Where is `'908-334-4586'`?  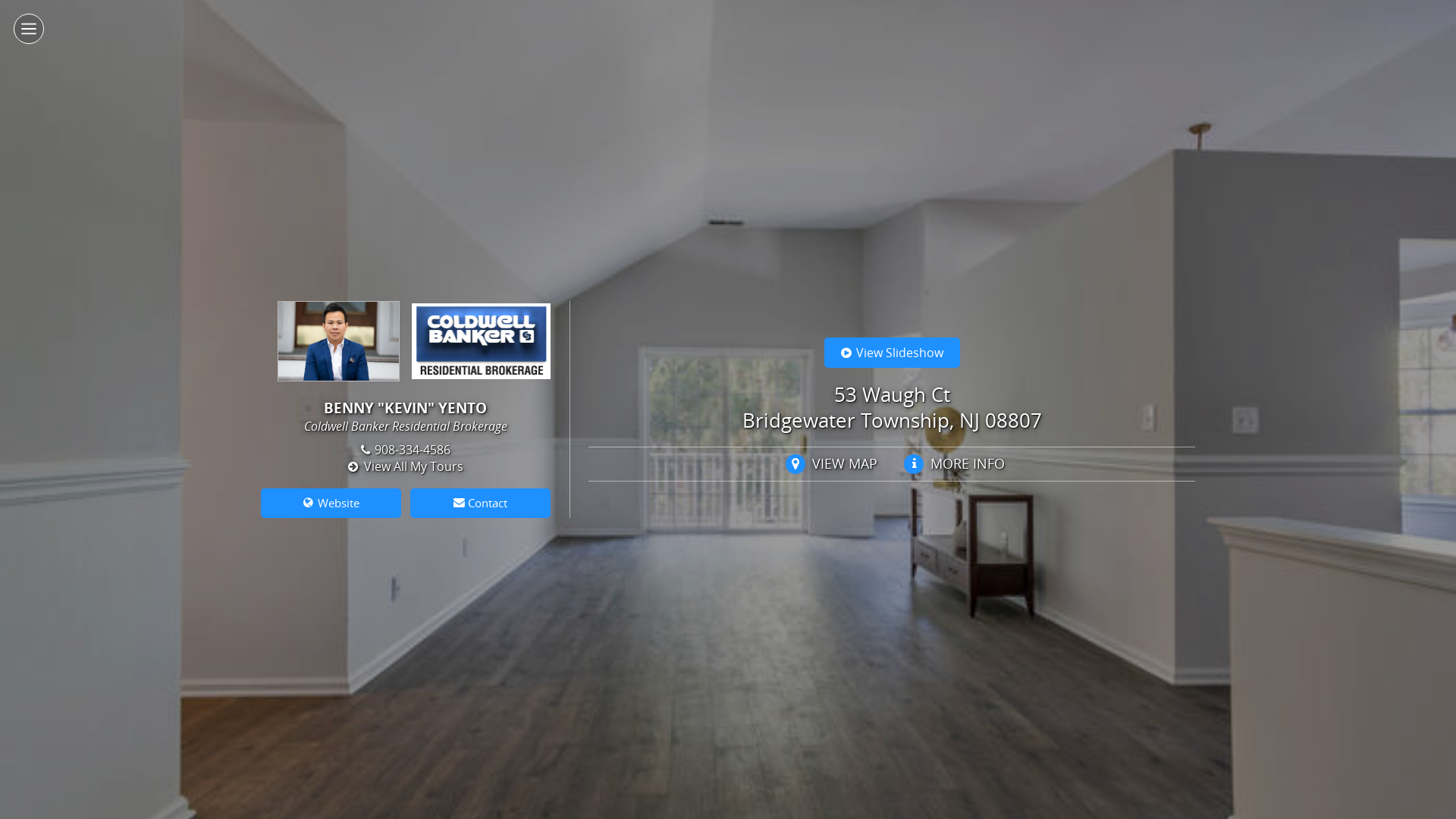 '908-334-4586' is located at coordinates (359, 449).